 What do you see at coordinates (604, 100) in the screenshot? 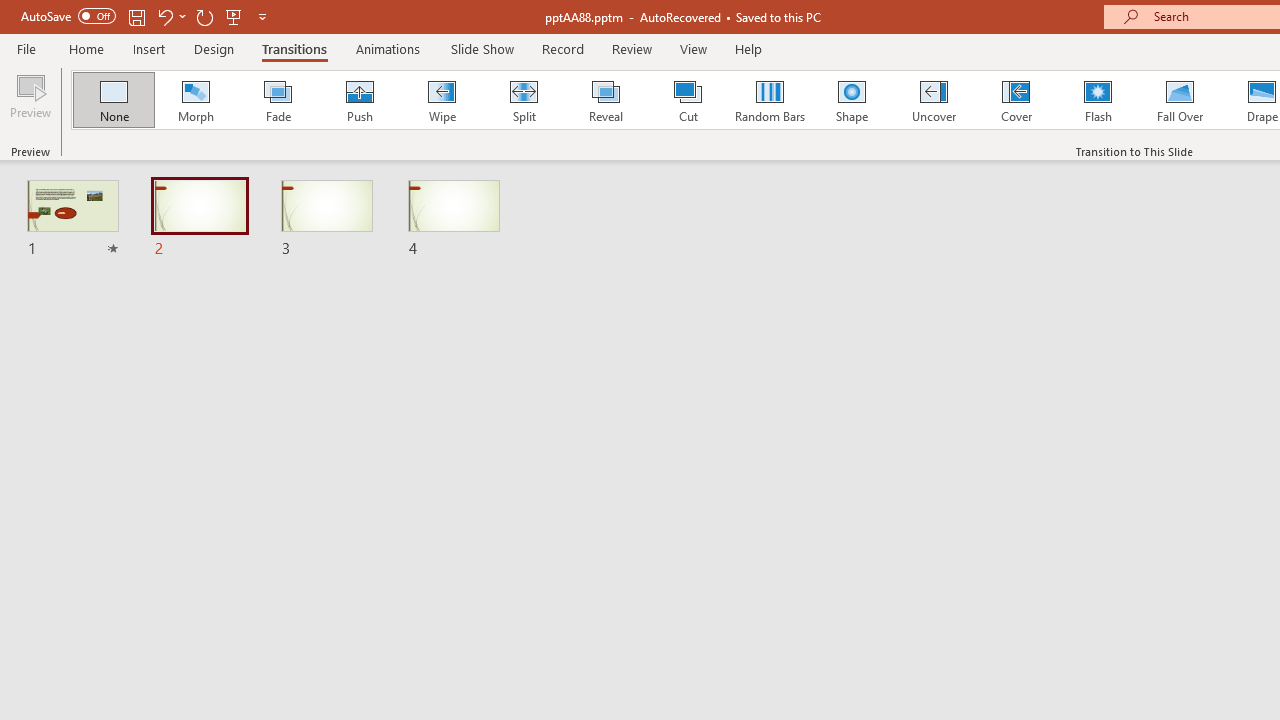
I see `'Reveal'` at bounding box center [604, 100].